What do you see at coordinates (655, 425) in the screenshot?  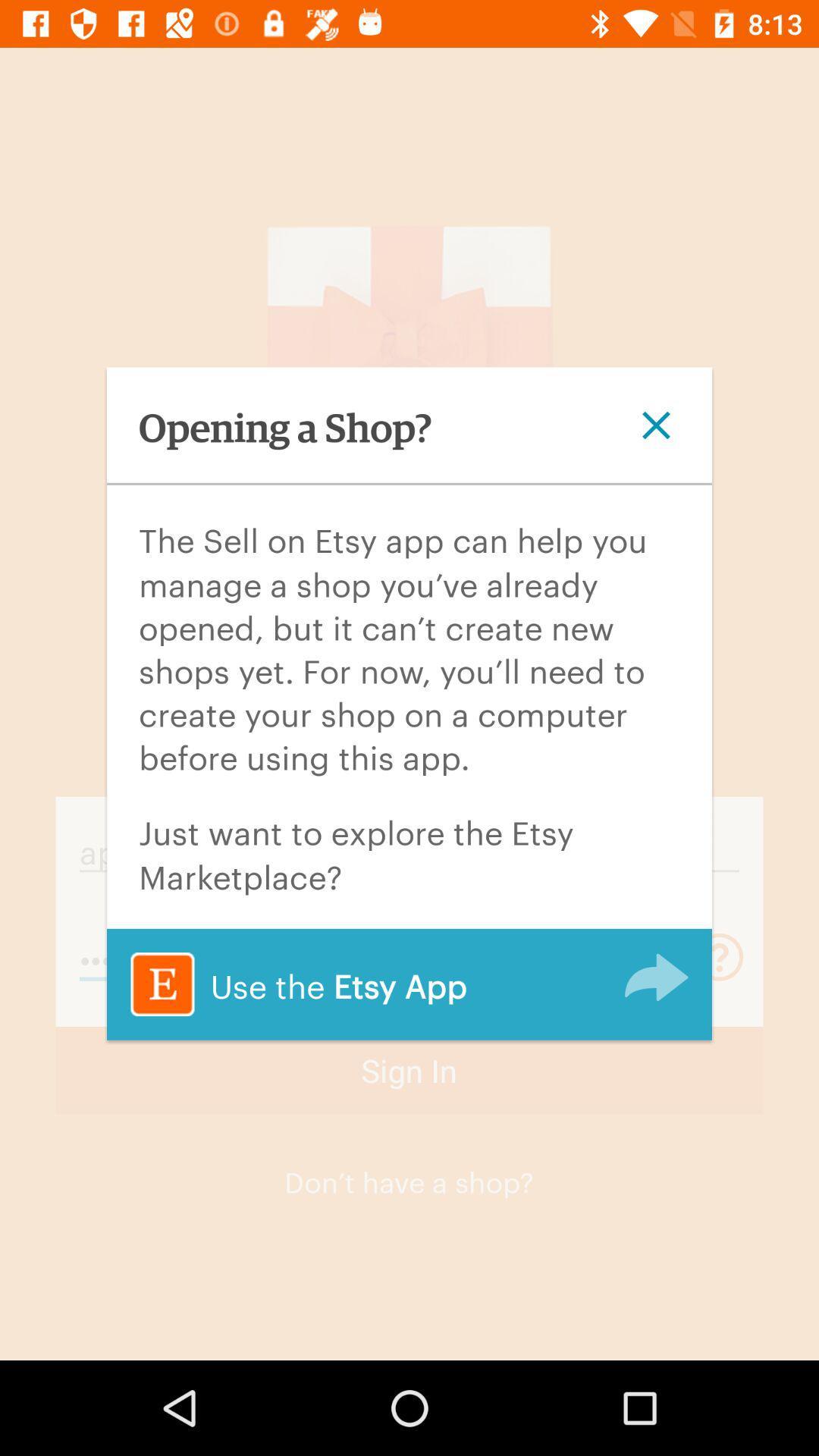 I see `icon next to the opening a shop?` at bounding box center [655, 425].